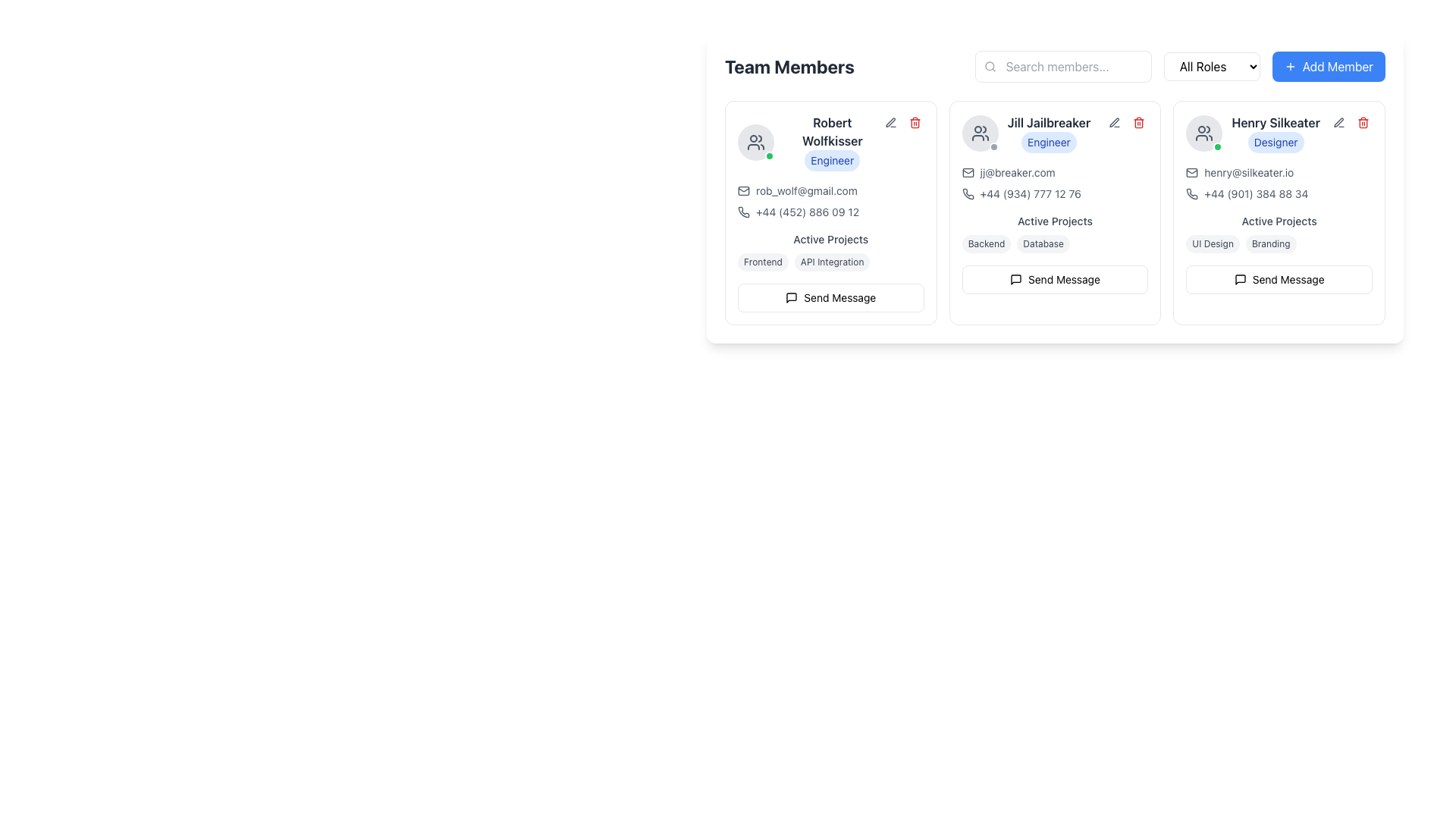  Describe the element at coordinates (1048, 133) in the screenshot. I see `text label displaying the name and role of the team member located on the second profile card from the left in the 'Team Members' section, positioned just below the profile icon` at that location.